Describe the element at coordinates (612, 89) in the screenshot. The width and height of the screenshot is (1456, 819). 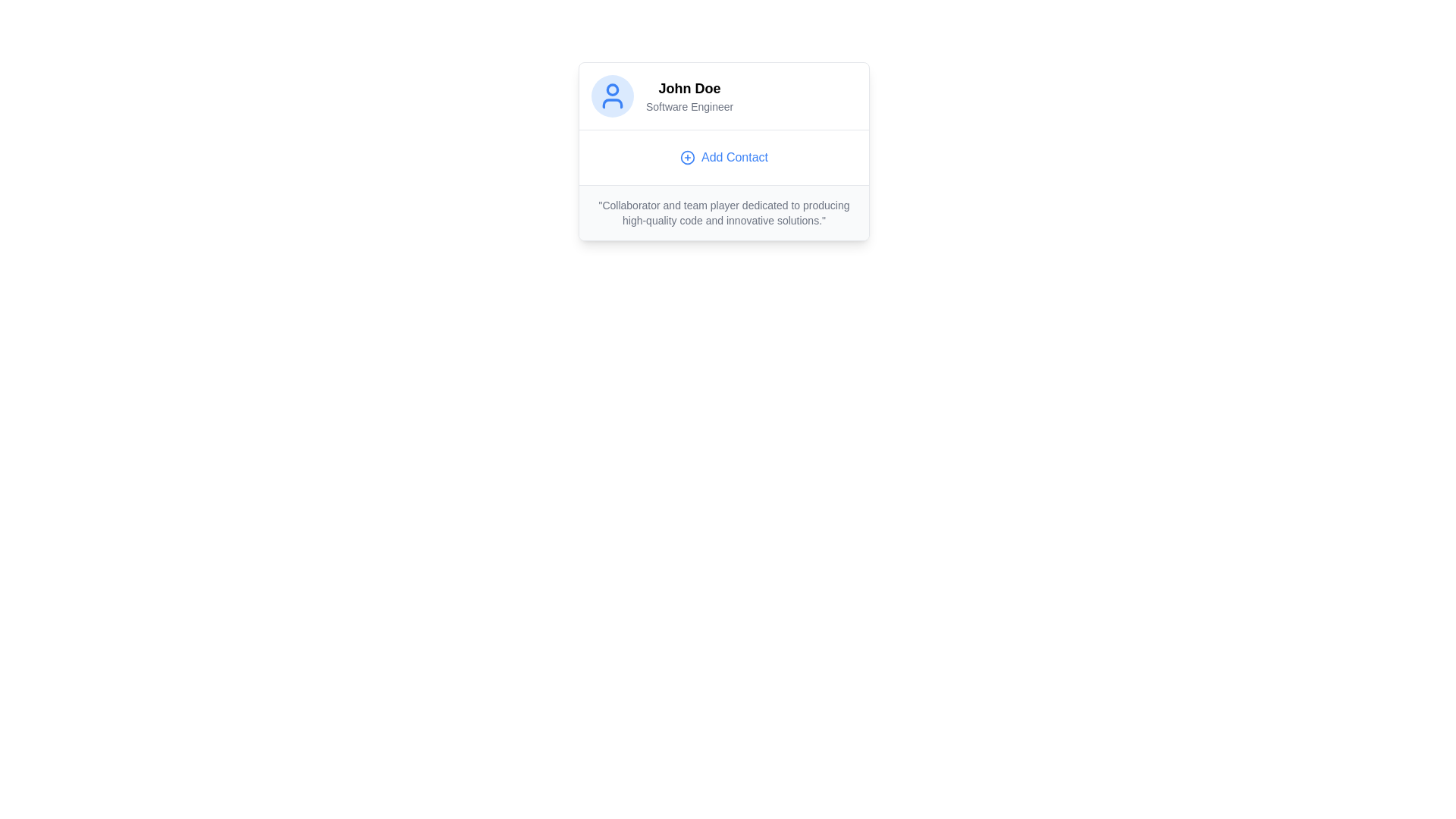
I see `the circular SVG element inside the avatar icon in the user profile card, which is positioned above the textual information and horizontally centered within the avatar icon` at that location.